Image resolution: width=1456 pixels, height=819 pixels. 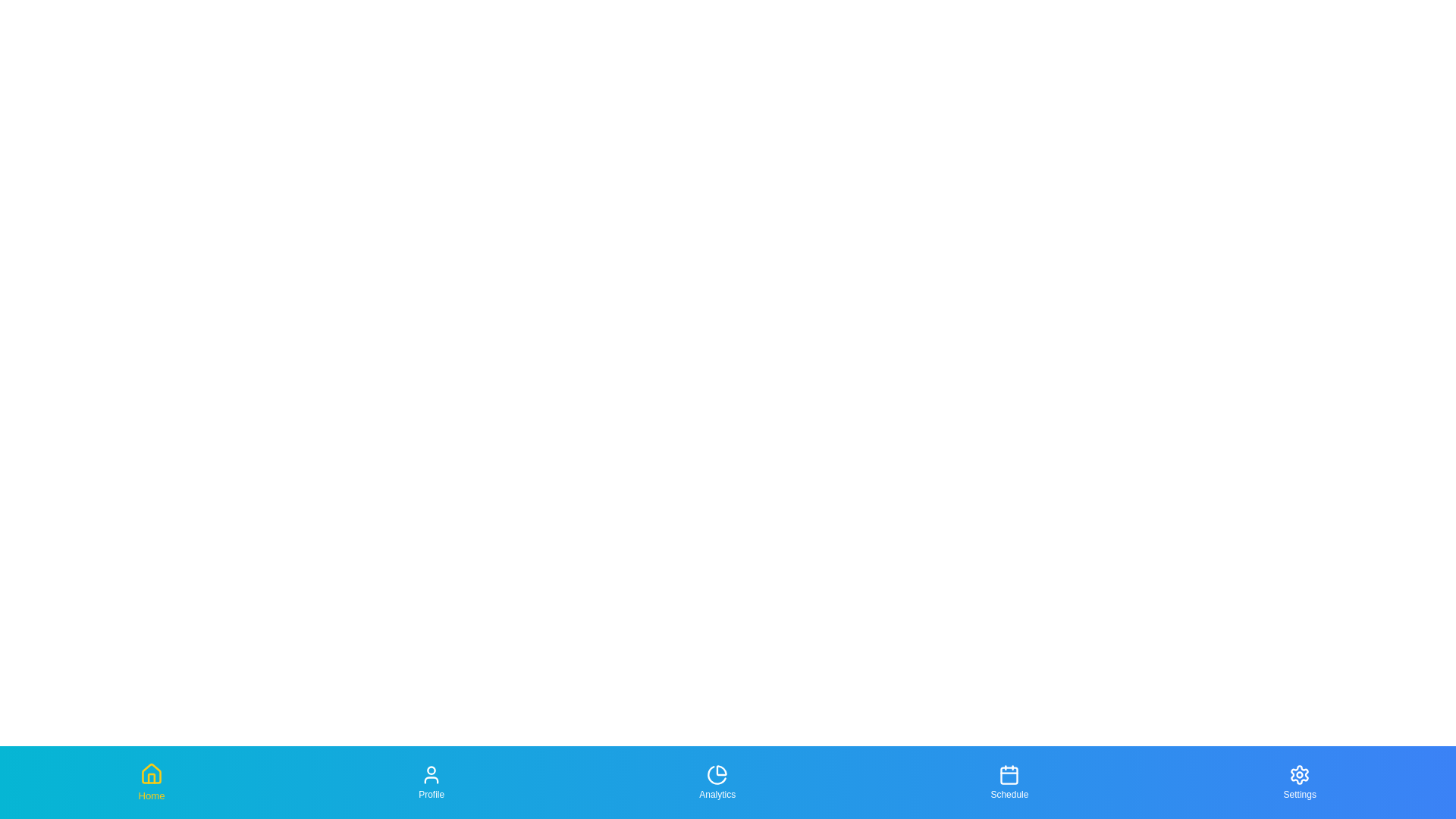 What do you see at coordinates (1298, 783) in the screenshot?
I see `the tab labeled Settings to focus on it` at bounding box center [1298, 783].